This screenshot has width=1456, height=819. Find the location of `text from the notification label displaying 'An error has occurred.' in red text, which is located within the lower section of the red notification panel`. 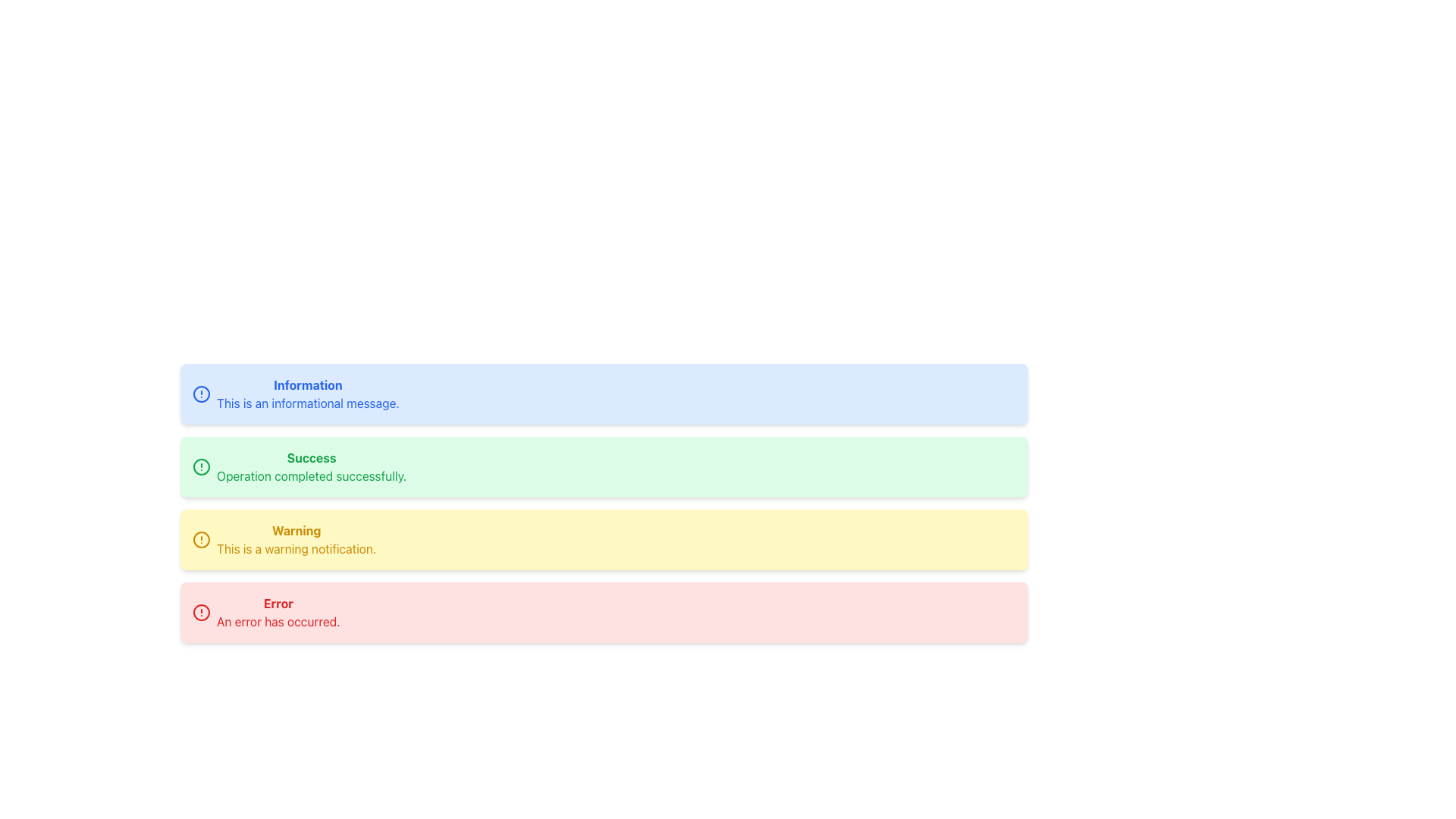

text from the notification label displaying 'An error has occurred.' in red text, which is located within the lower section of the red notification panel is located at coordinates (278, 622).